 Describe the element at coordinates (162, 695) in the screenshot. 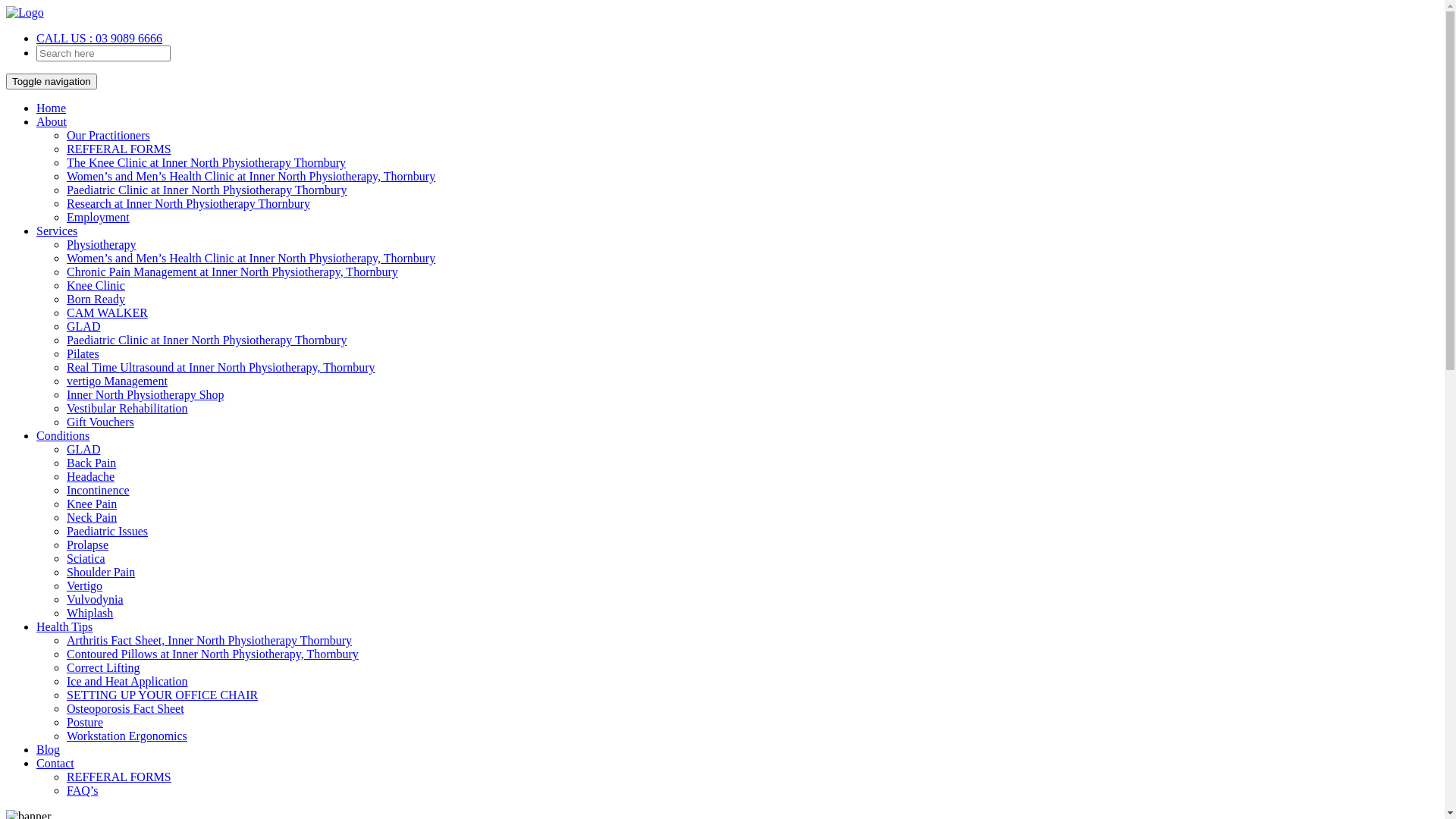

I see `'SETTING UP YOUR OFFICE CHAIR'` at that location.